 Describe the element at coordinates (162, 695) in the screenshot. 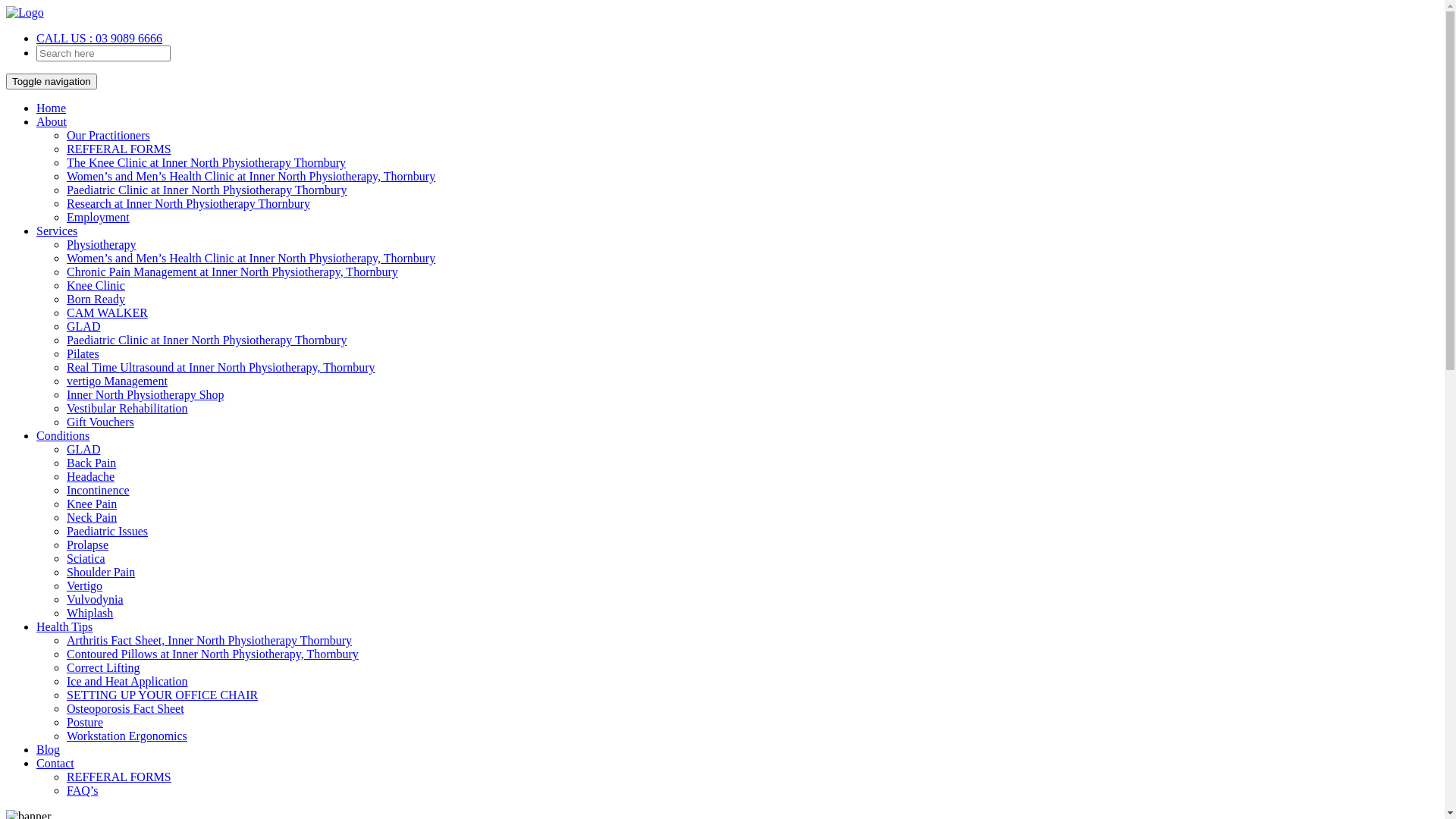

I see `'SETTING UP YOUR OFFICE CHAIR'` at that location.